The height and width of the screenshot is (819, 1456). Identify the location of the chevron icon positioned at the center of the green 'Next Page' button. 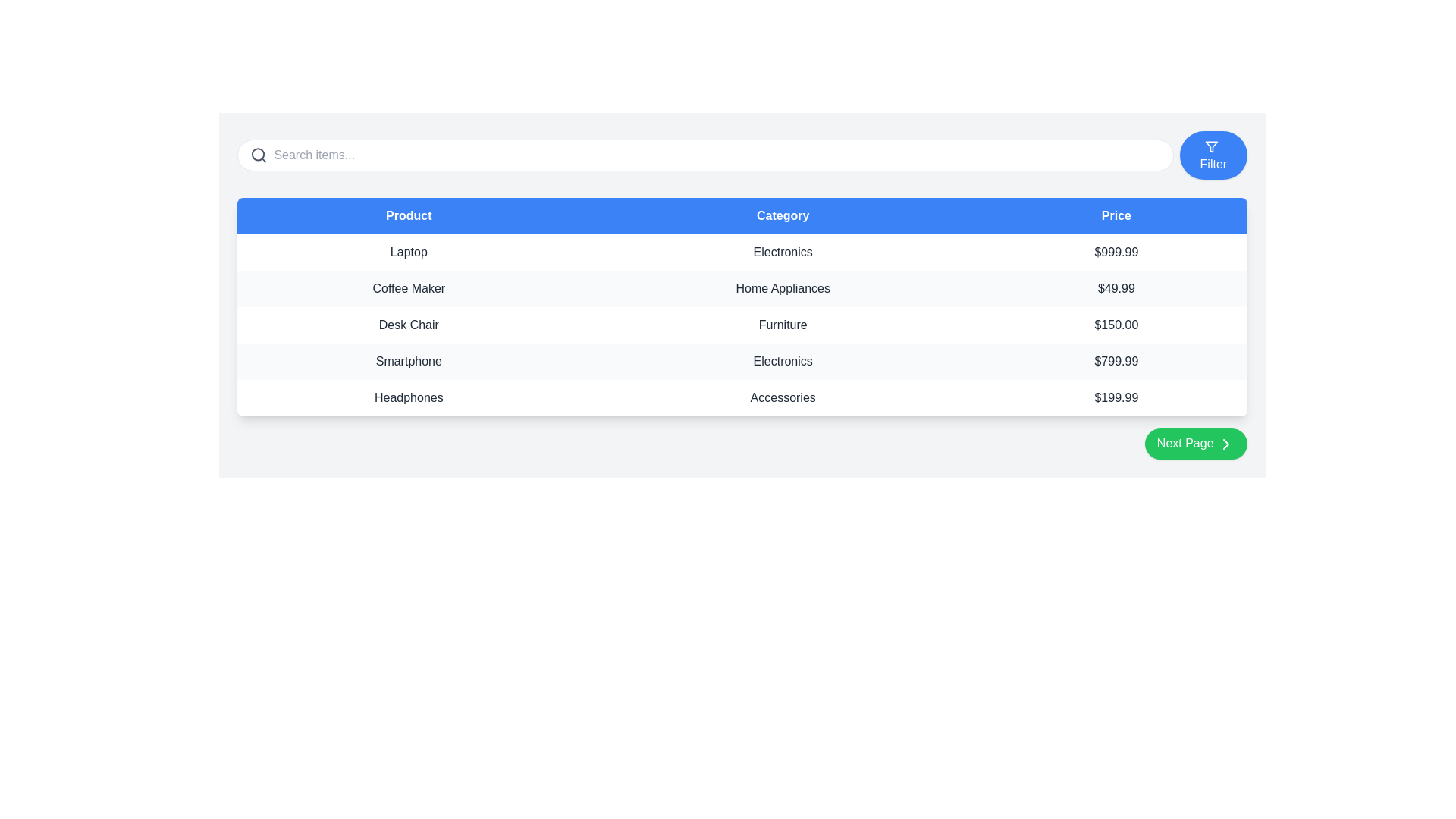
(1226, 444).